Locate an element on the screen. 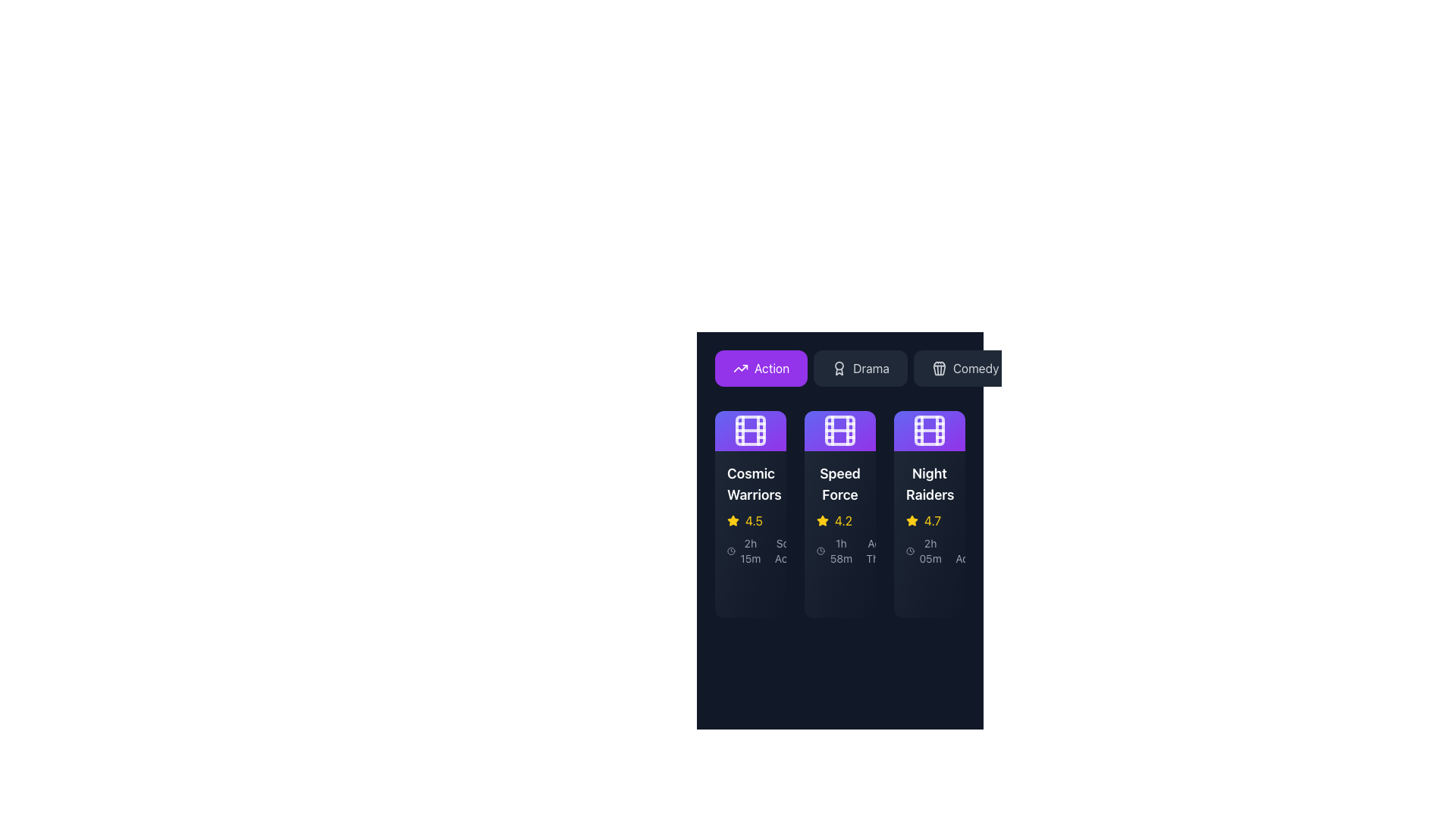  the circular clock face element located under the movie 'Speed Force' in the interface is located at coordinates (820, 551).